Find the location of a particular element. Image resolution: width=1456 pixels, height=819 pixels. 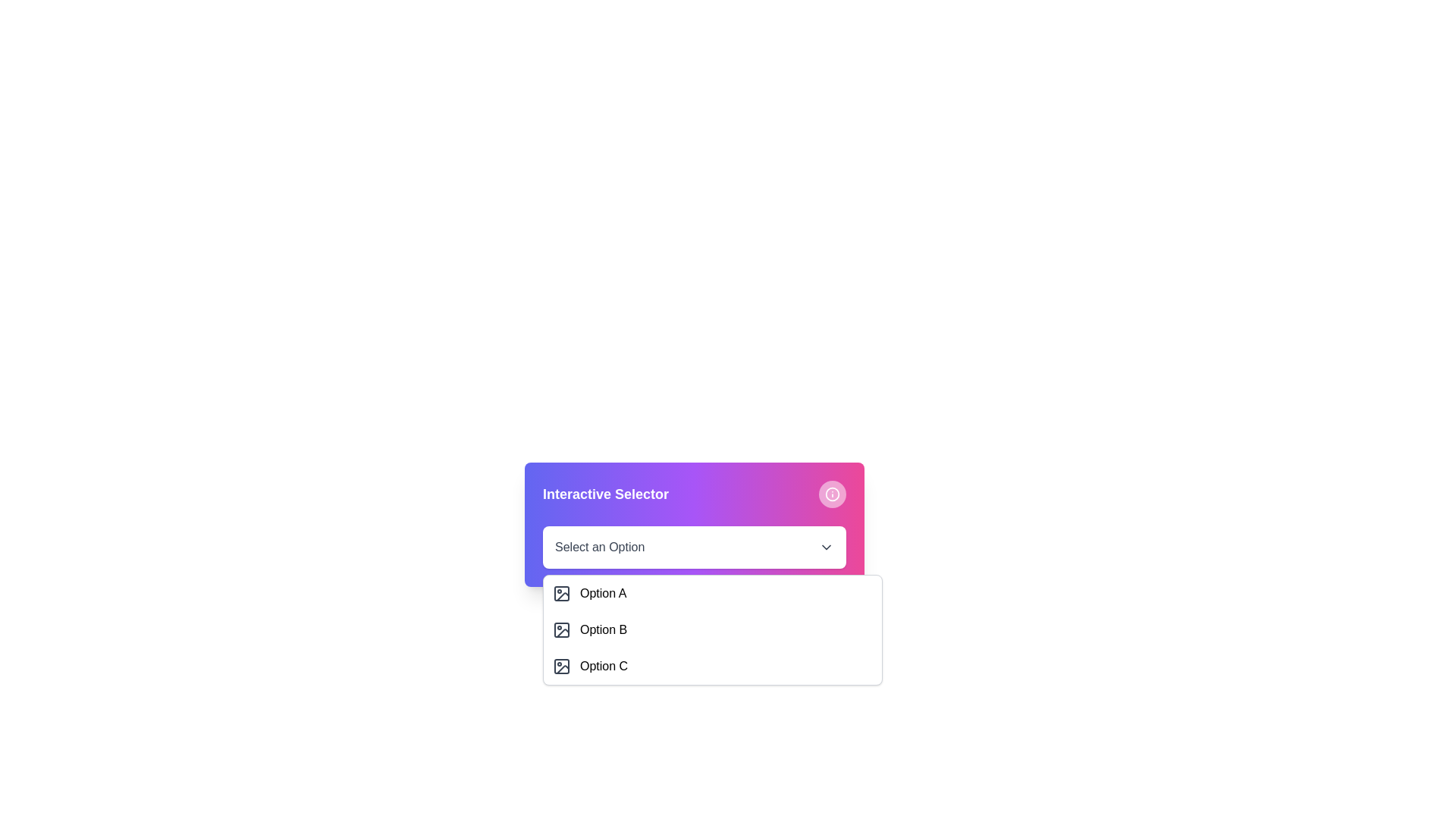

the compact icon resembling an image placeholder, which is the leftmost element in the Option C row of the dropdown menu in the Interactive Selector interface is located at coordinates (560, 666).